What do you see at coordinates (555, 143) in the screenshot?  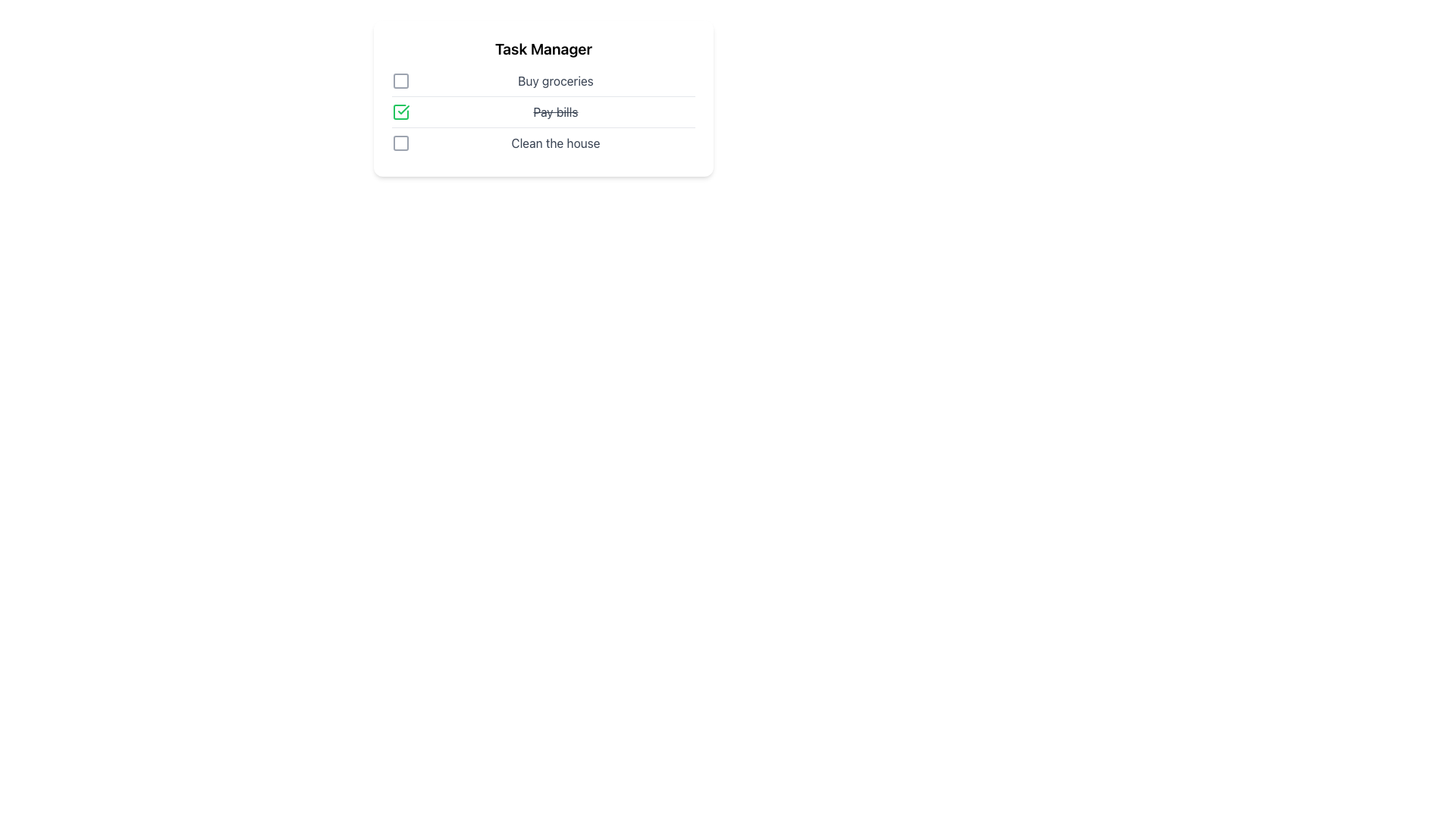 I see `on the text label displaying 'Clean the house', which is part of a task list and located` at bounding box center [555, 143].